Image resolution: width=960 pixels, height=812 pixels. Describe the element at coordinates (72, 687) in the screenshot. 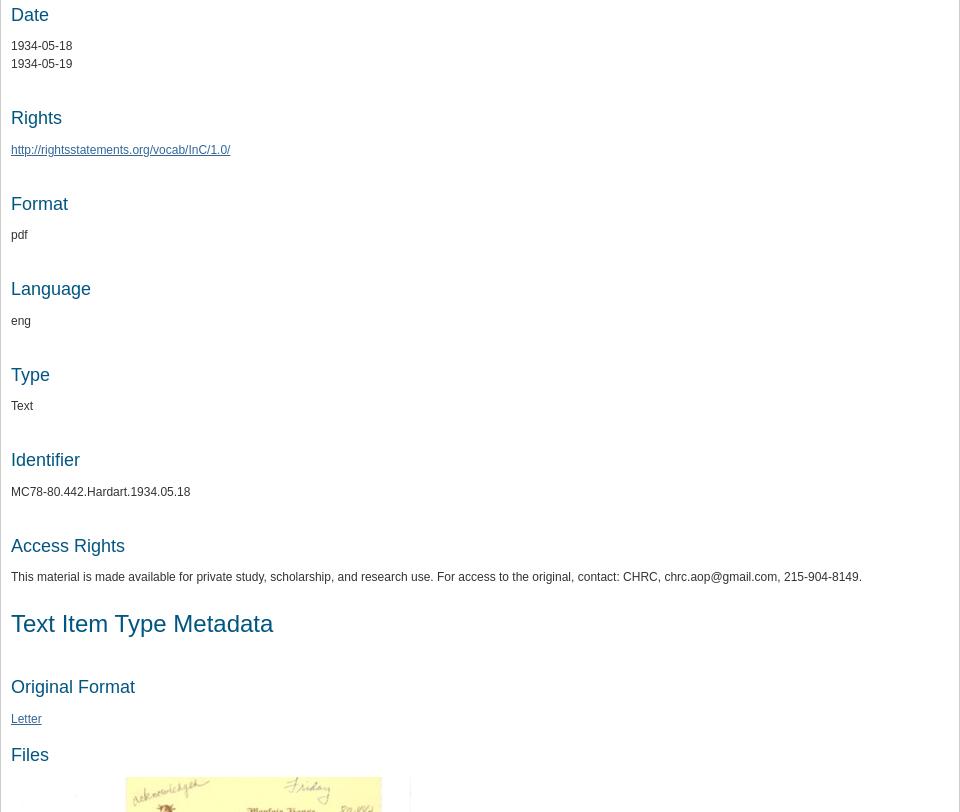

I see `'Original Format'` at that location.